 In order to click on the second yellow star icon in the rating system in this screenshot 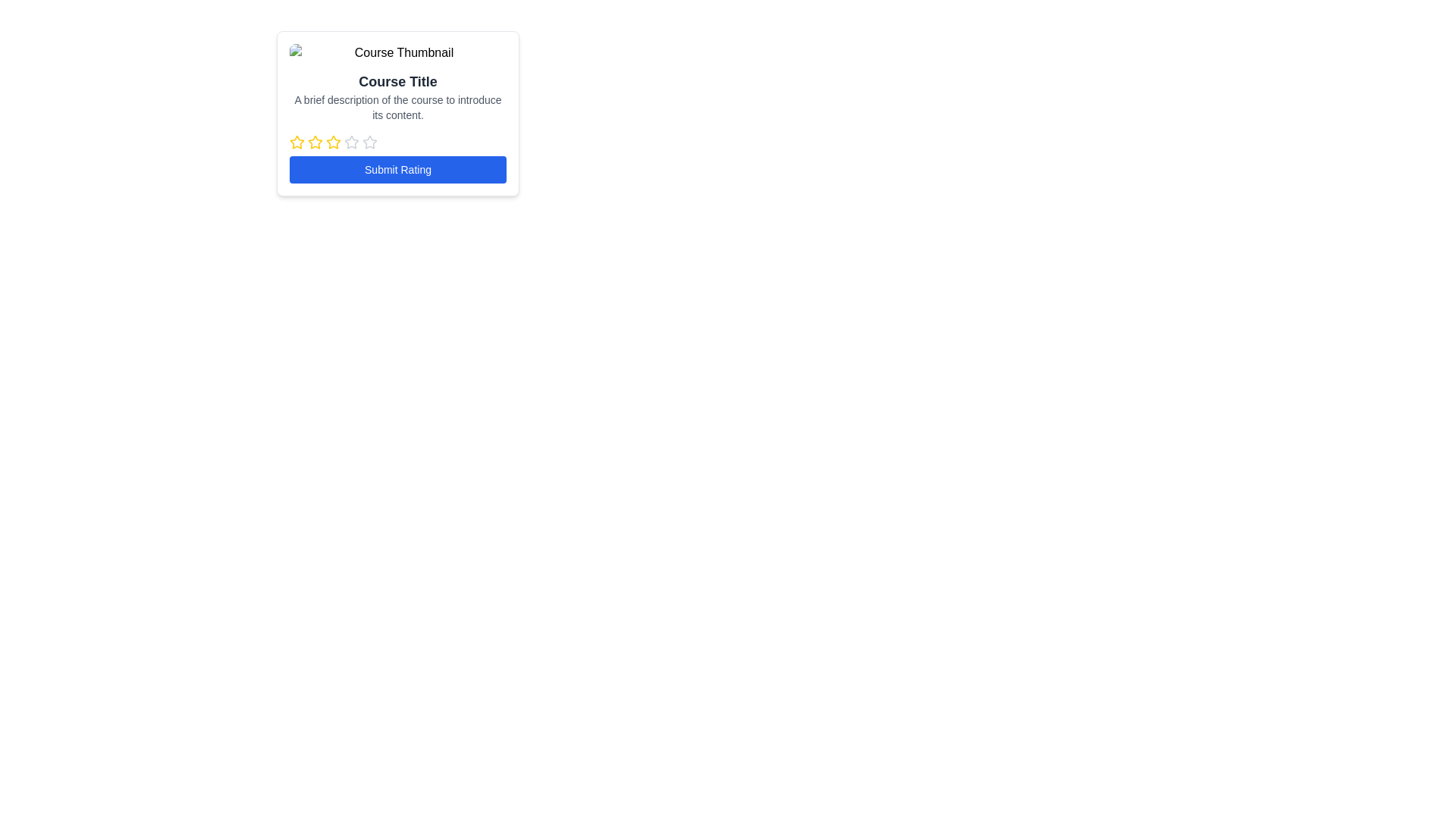, I will do `click(333, 142)`.